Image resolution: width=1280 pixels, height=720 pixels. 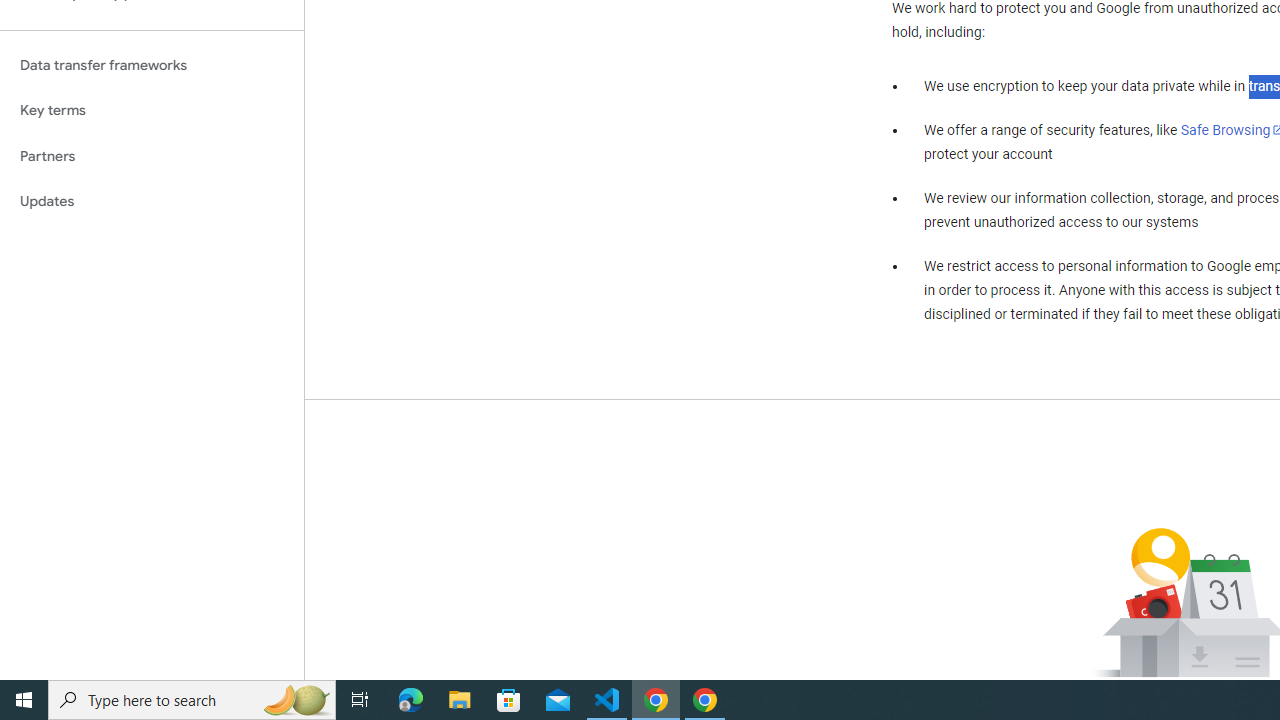 I want to click on 'Partners', so click(x=151, y=155).